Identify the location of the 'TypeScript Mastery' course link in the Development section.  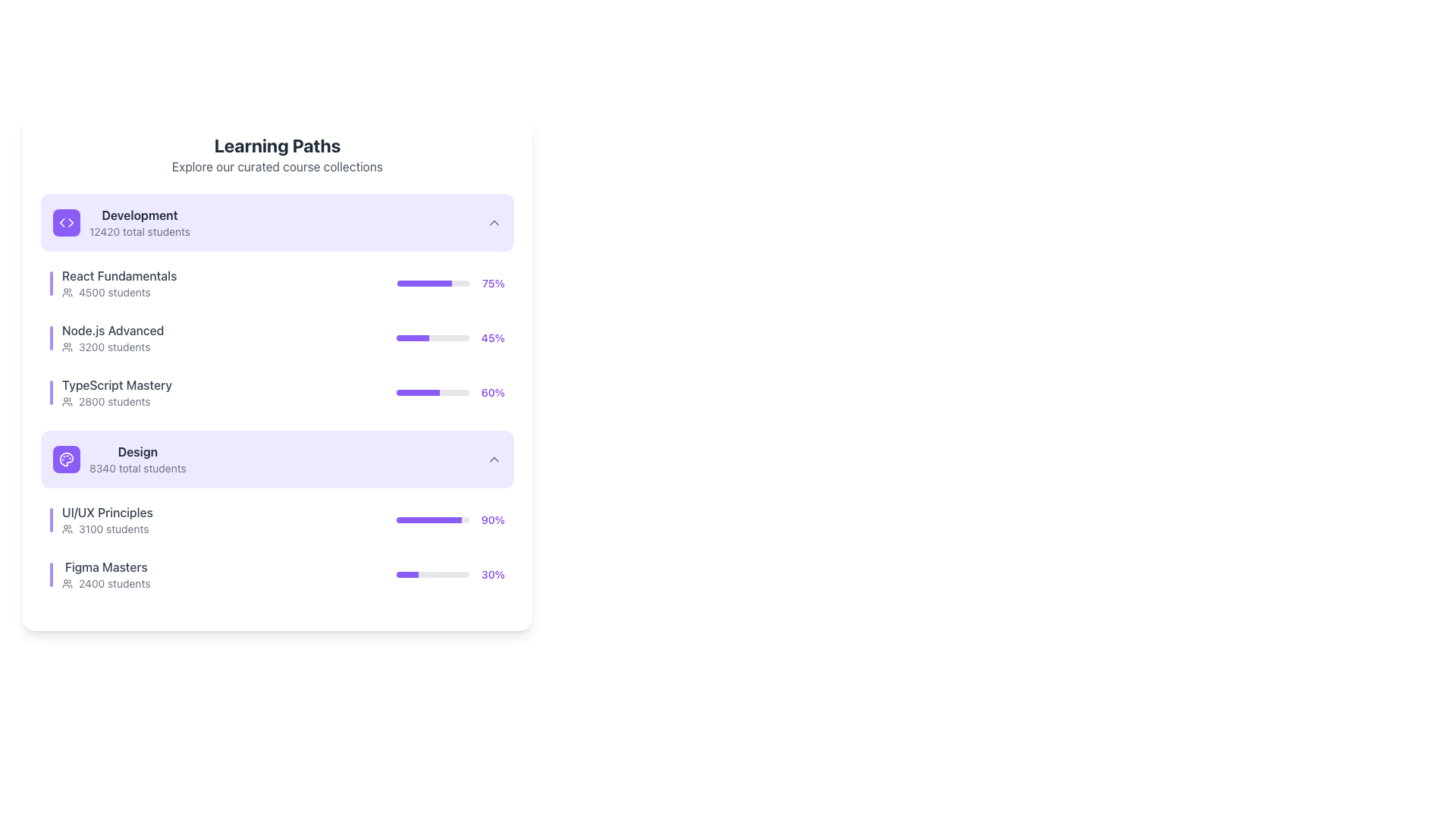
(277, 391).